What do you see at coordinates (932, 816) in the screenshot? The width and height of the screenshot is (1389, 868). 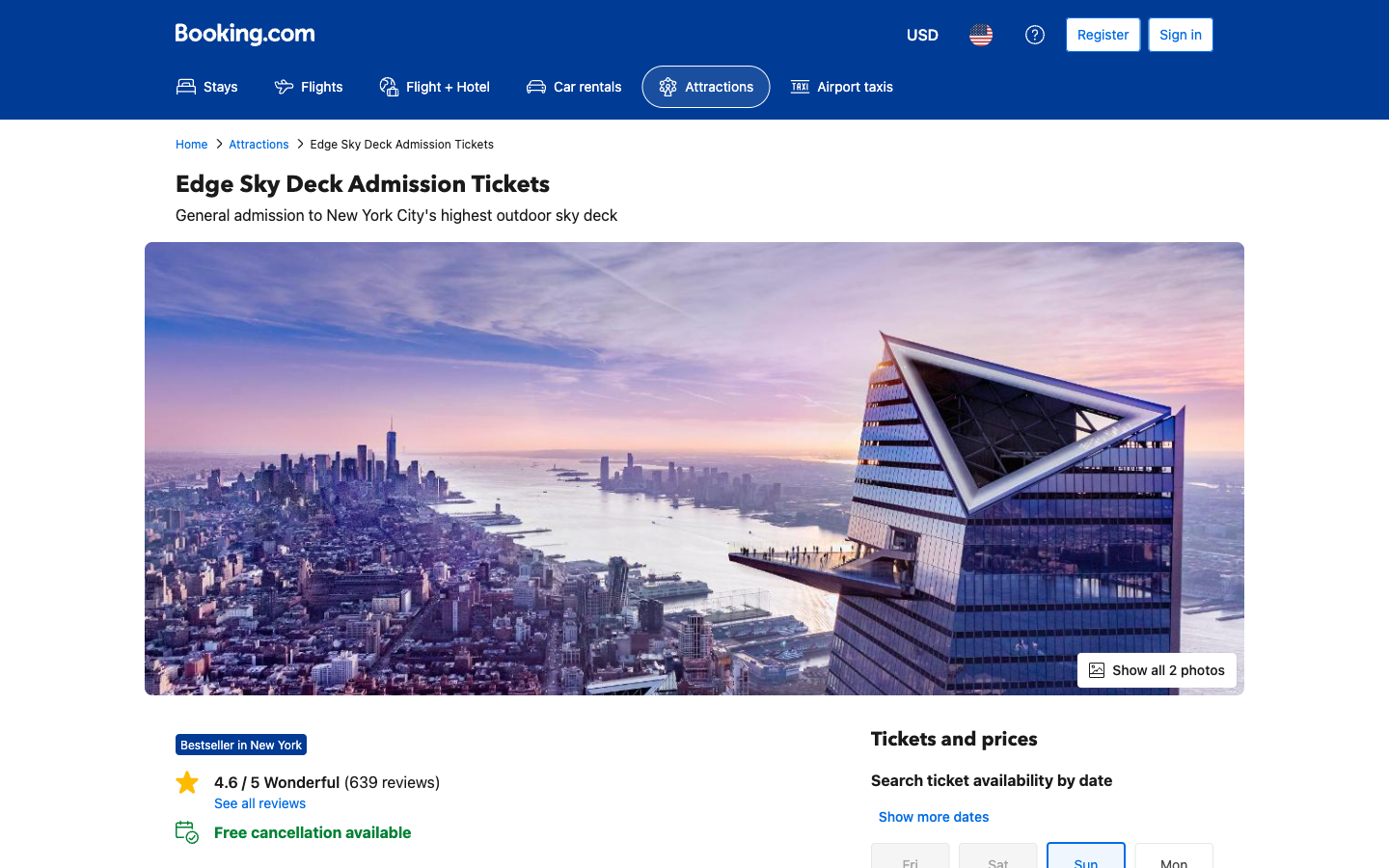 I see `Verify extra dates for ticket booking availability` at bounding box center [932, 816].